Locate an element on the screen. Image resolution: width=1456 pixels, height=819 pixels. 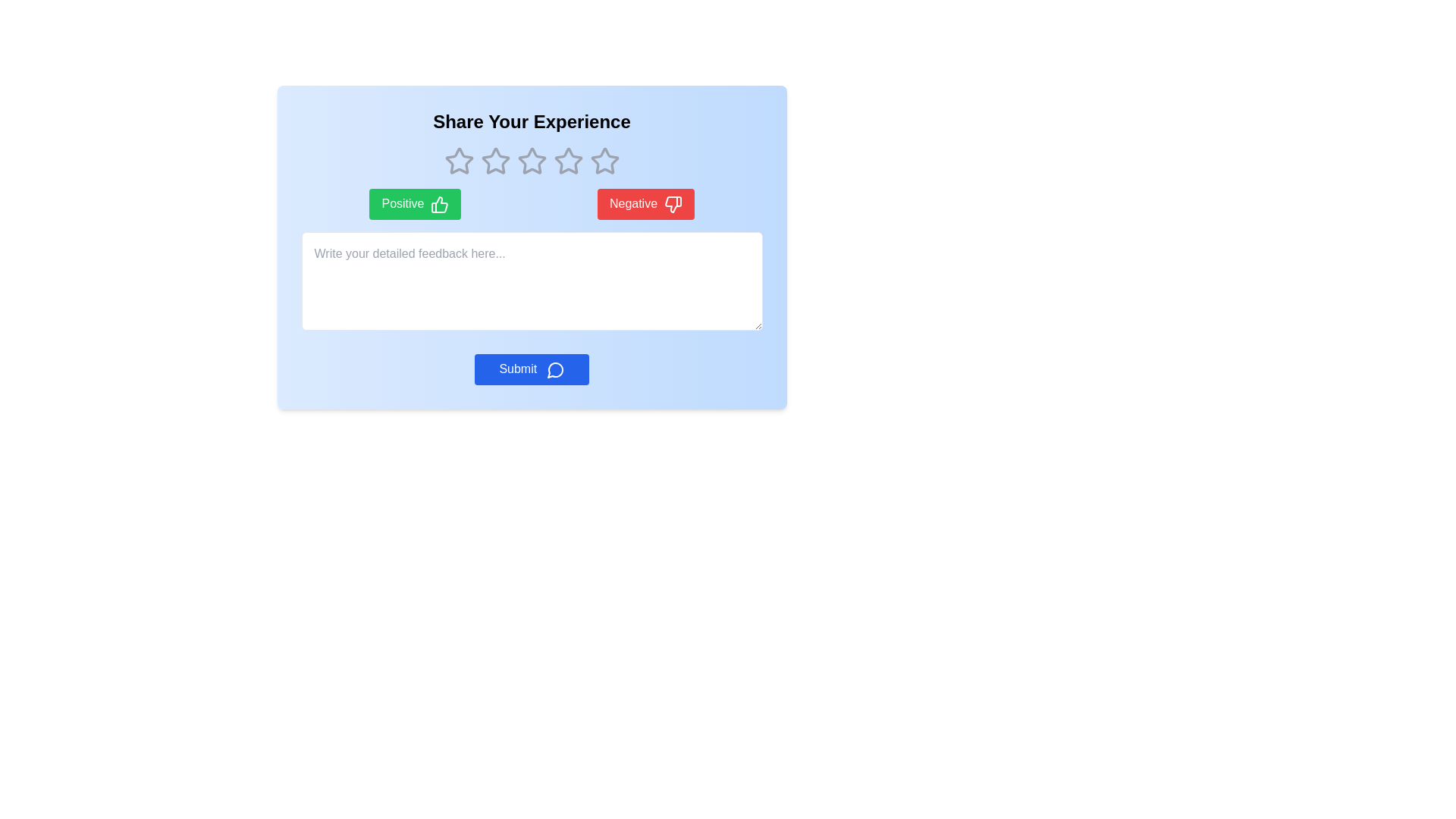
the third star-shaped icon in the rating component under 'Share Your Experience' is located at coordinates (495, 161).